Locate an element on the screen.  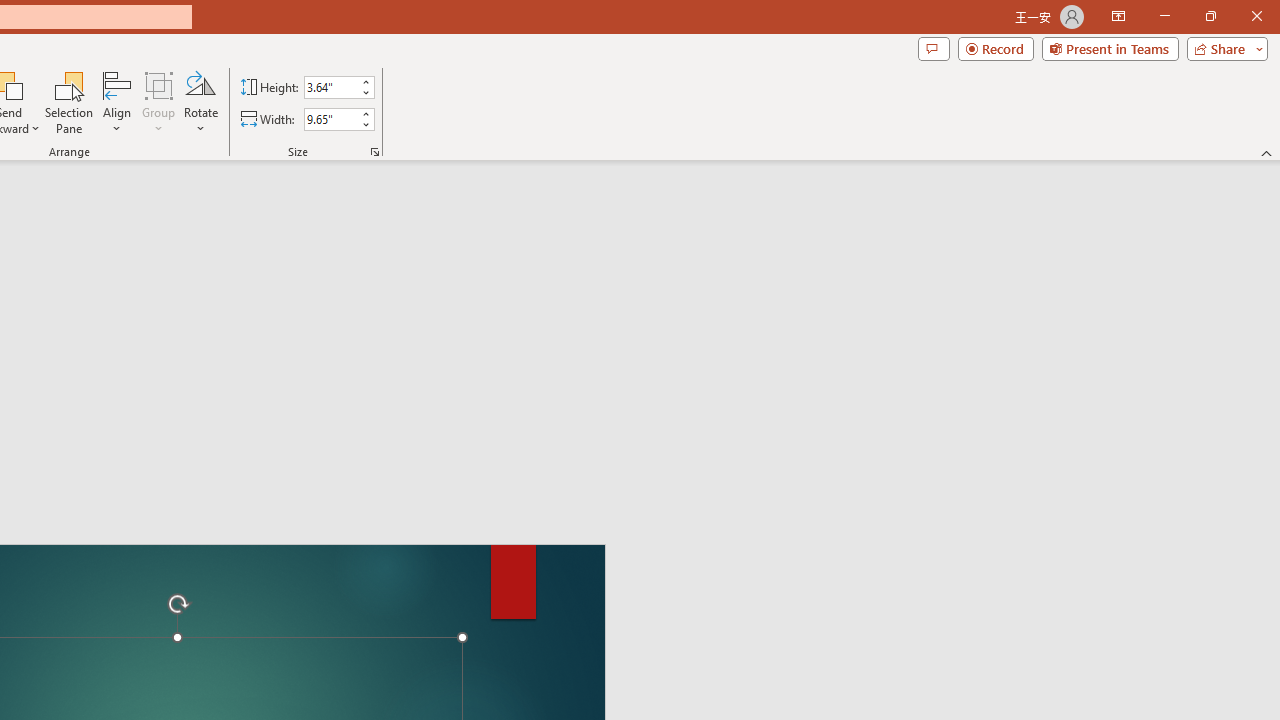
'Rotate' is located at coordinates (200, 103).